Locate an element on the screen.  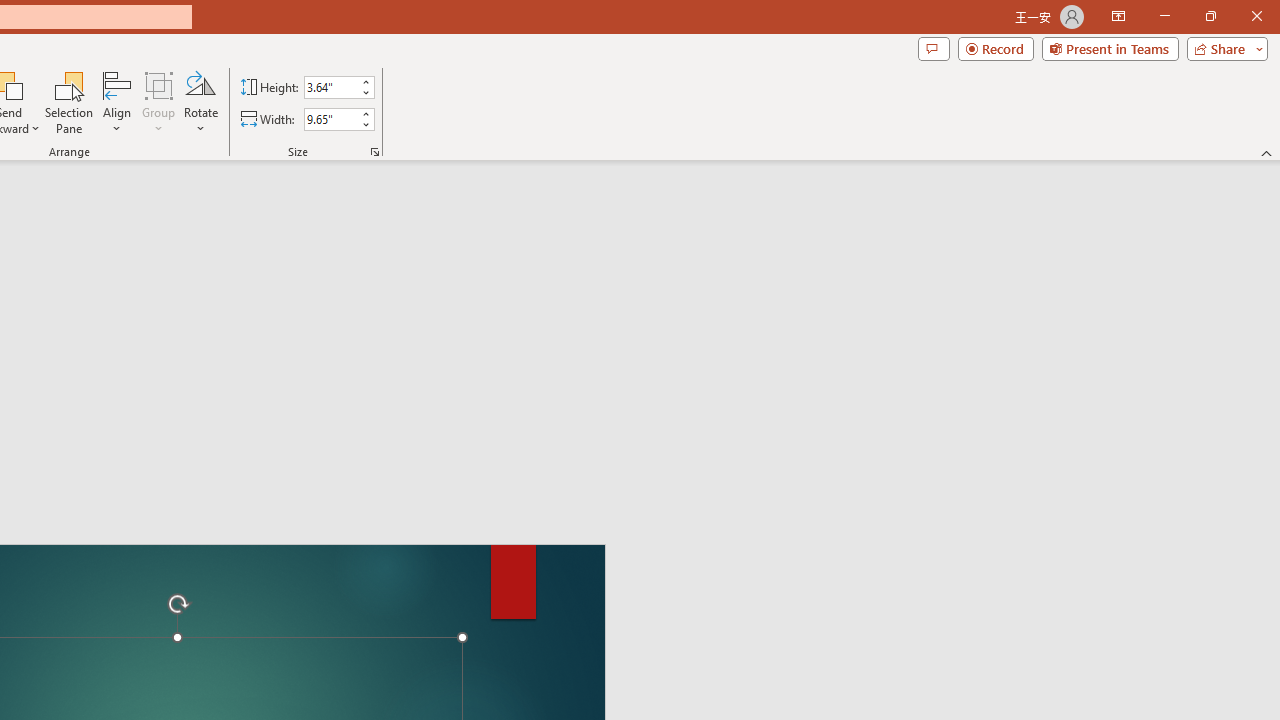
'Rotate' is located at coordinates (200, 103).